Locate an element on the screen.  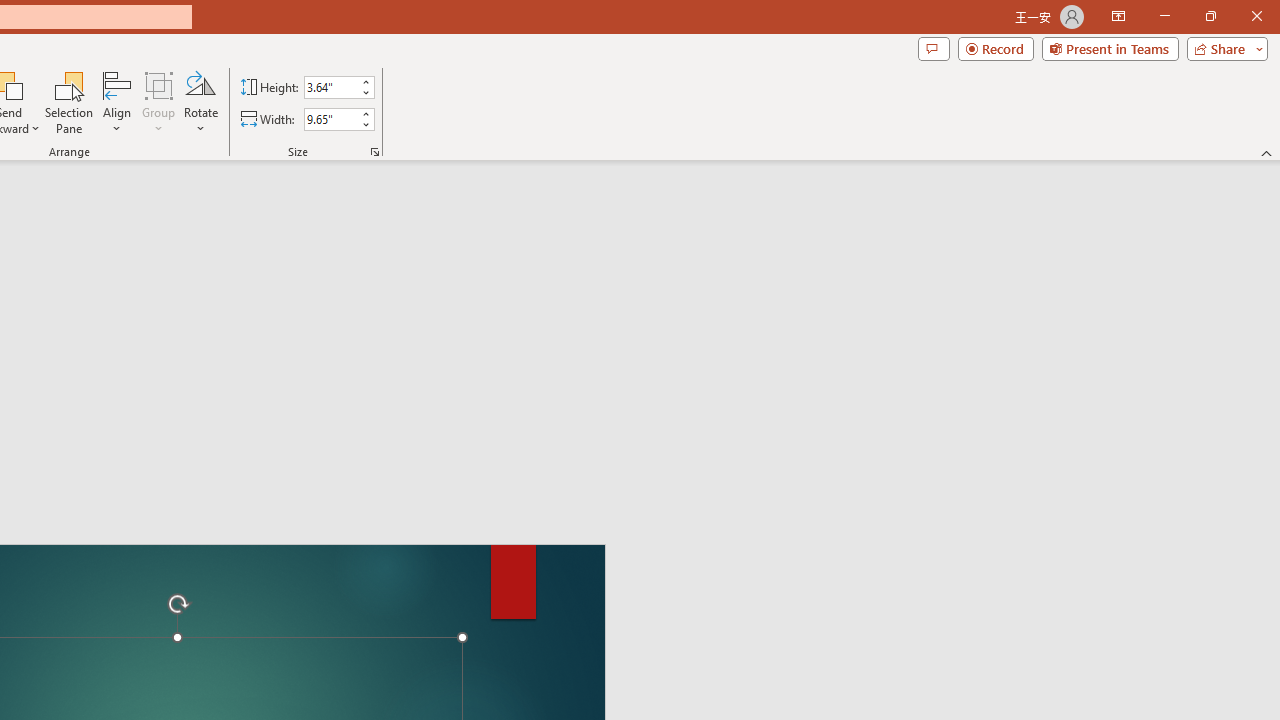
'Rotate' is located at coordinates (200, 103).